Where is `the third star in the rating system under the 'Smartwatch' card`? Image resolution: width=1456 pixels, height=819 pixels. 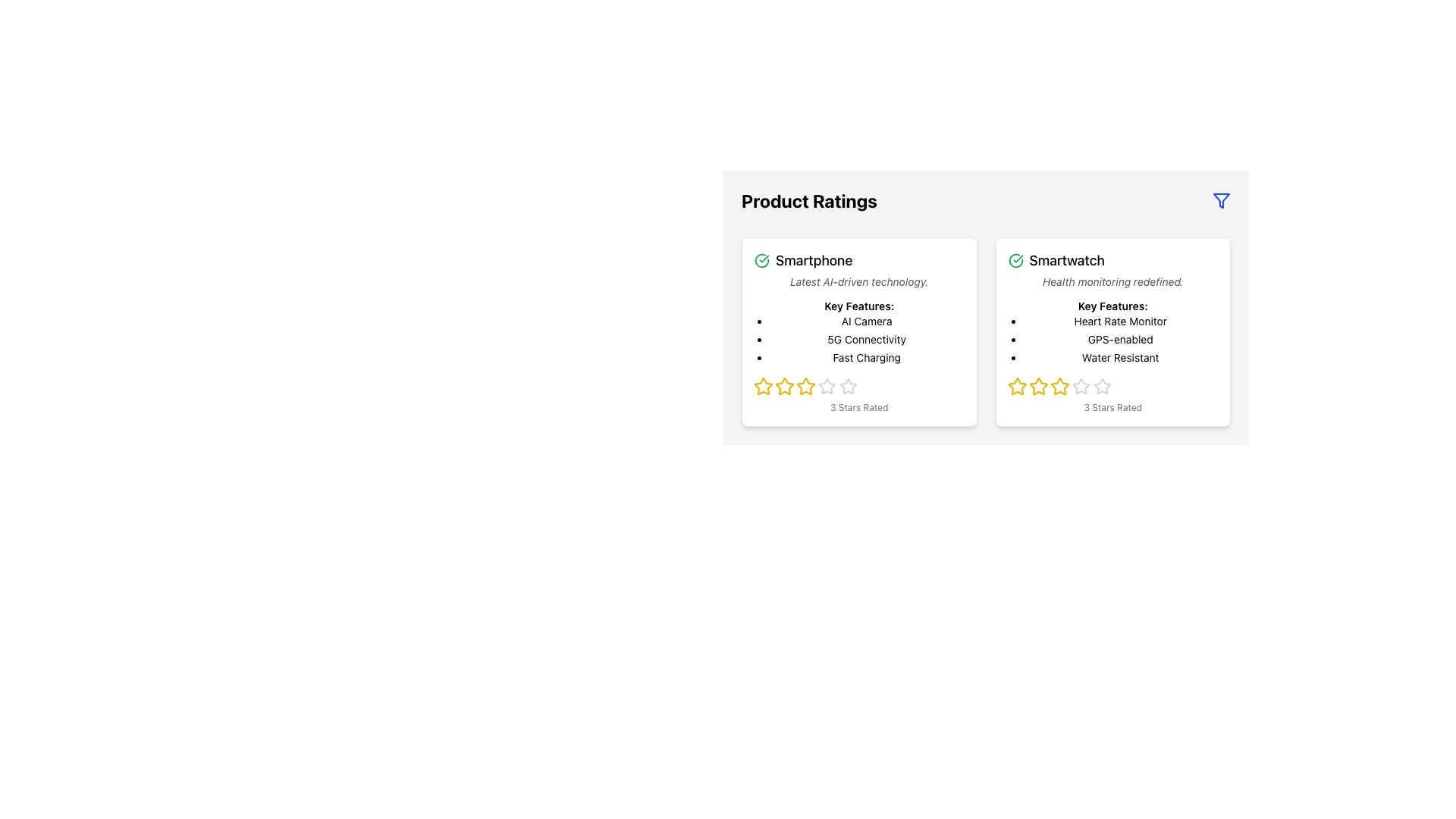
the third star in the rating system under the 'Smartwatch' card is located at coordinates (1037, 385).